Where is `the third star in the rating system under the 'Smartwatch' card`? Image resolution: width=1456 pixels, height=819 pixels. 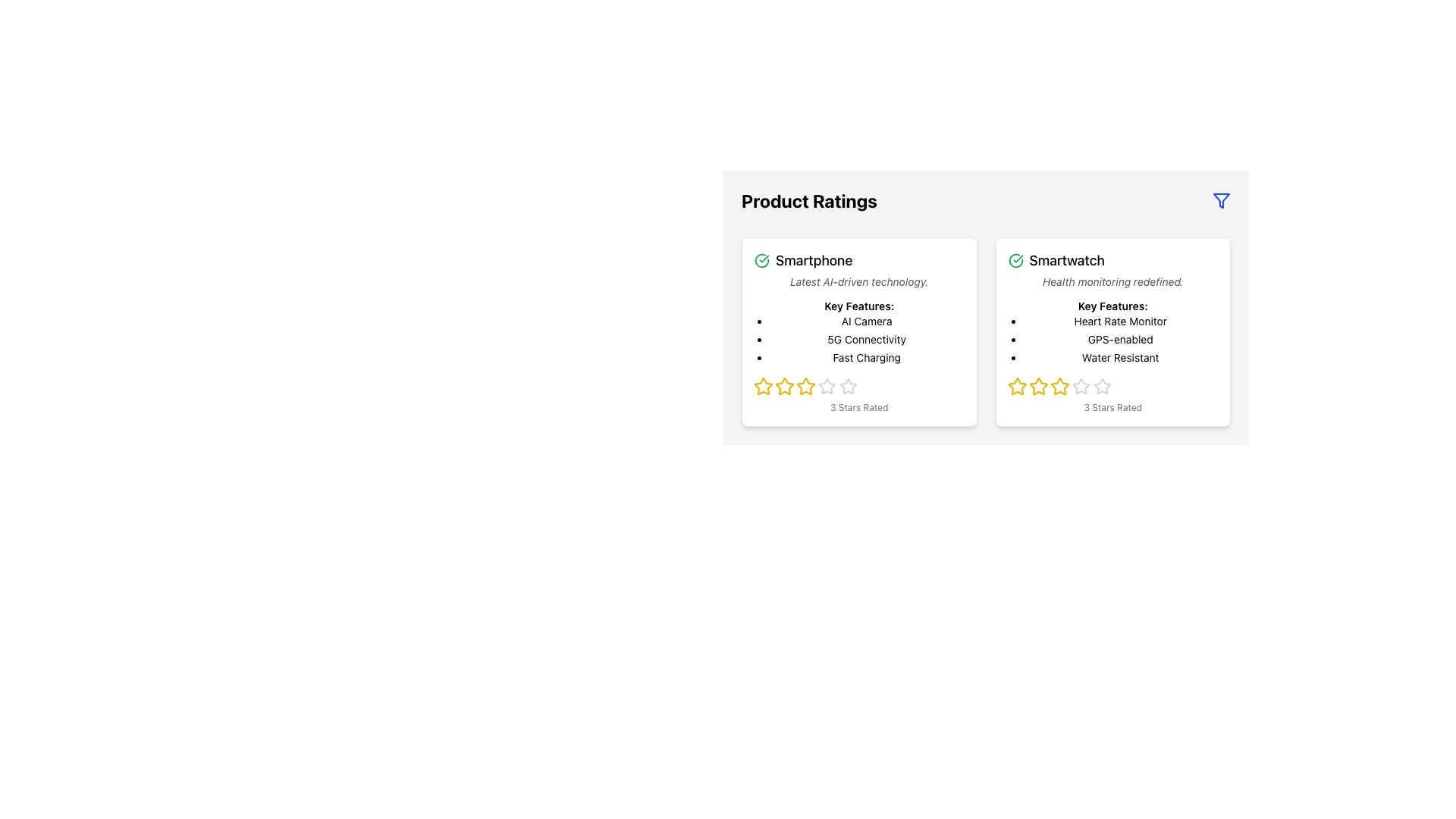
the third star in the rating system under the 'Smartwatch' card is located at coordinates (1037, 385).